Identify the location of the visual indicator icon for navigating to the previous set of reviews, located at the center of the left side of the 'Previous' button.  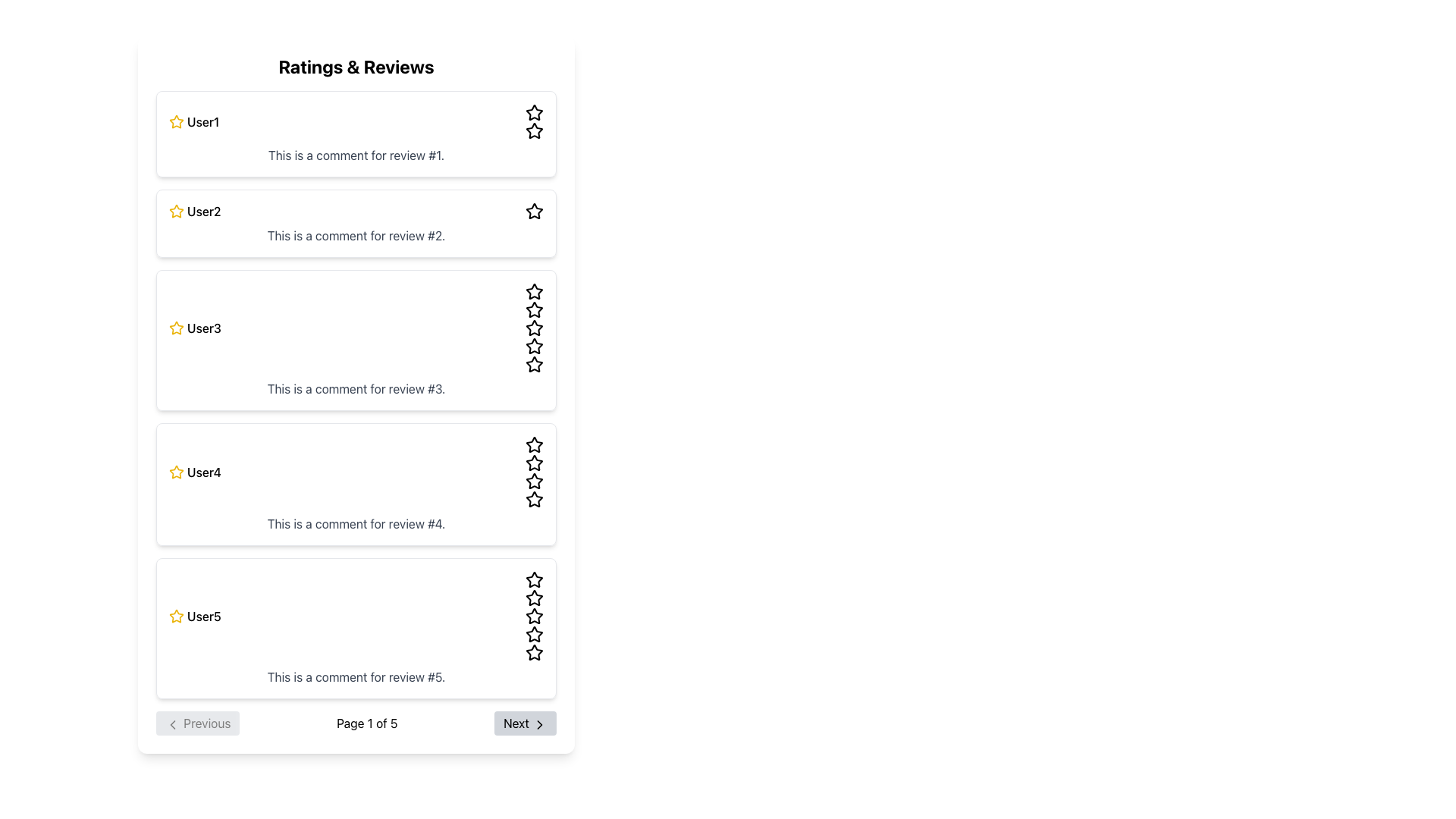
(172, 723).